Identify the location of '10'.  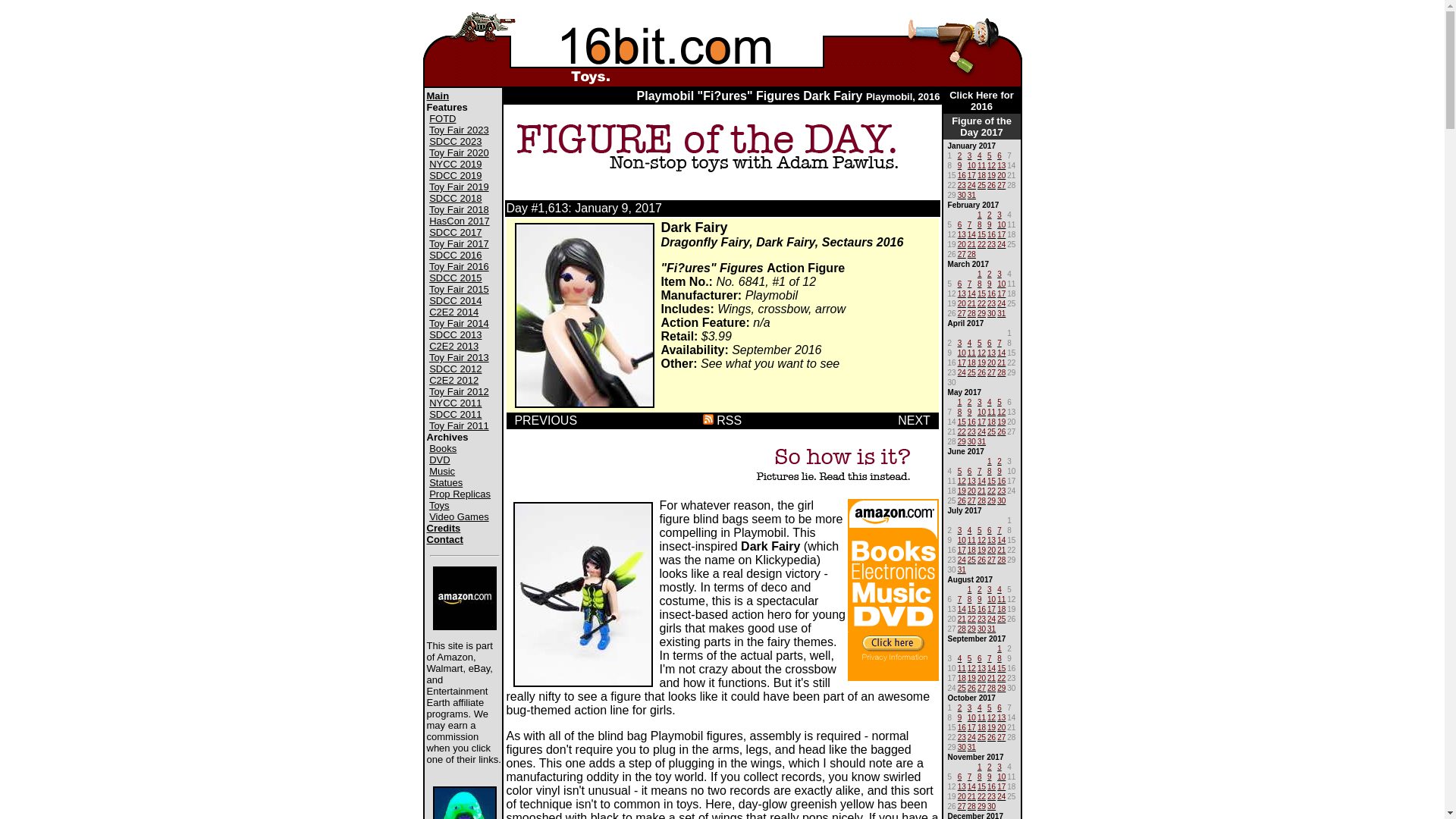
(1001, 223).